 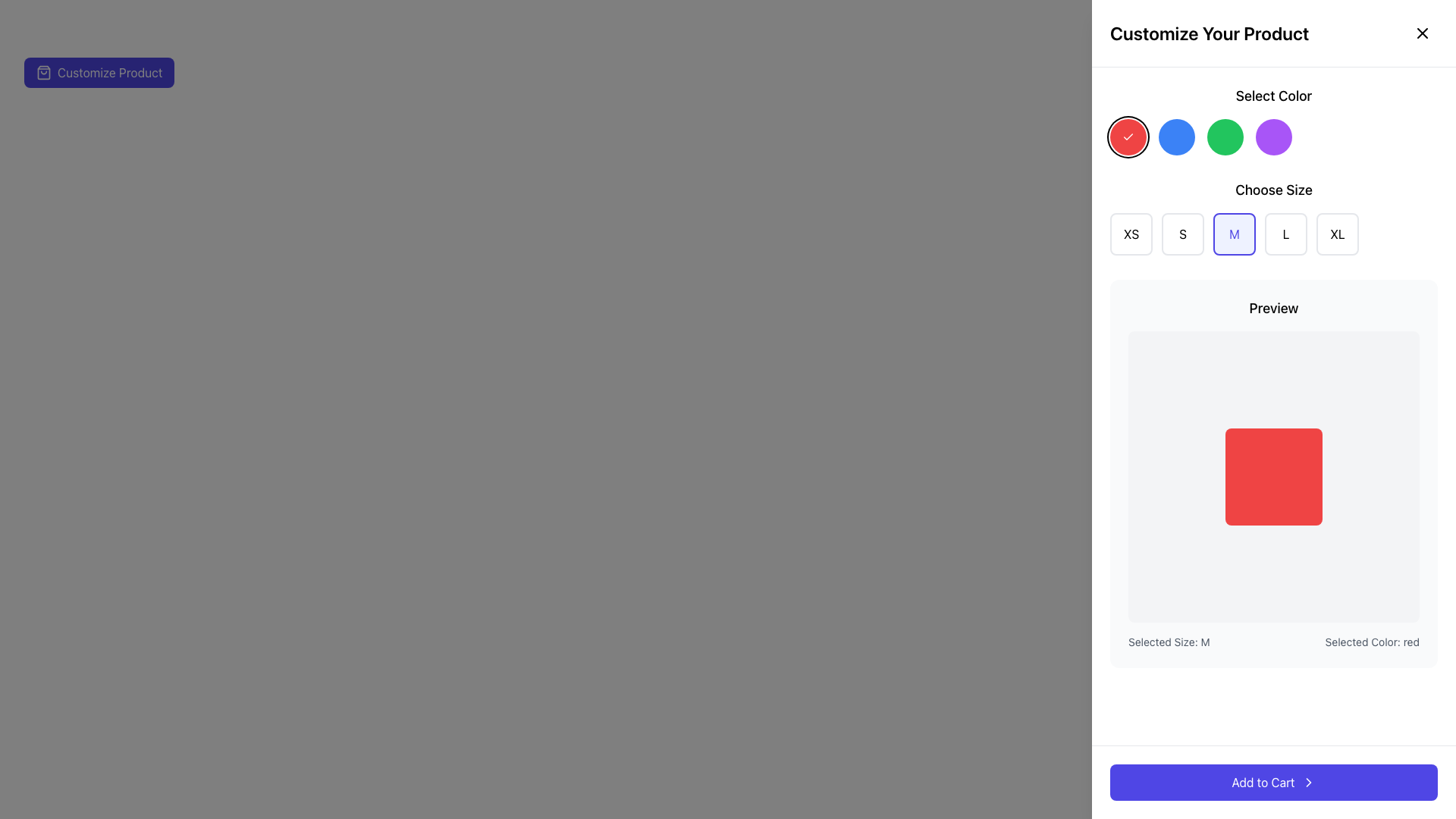 What do you see at coordinates (1274, 472) in the screenshot?
I see `the interactive content within the light-gray panel titled 'Preview', which contains a rounded square with a red fill and displays 'Selected Size: M' and 'Selected Color: red'` at bounding box center [1274, 472].